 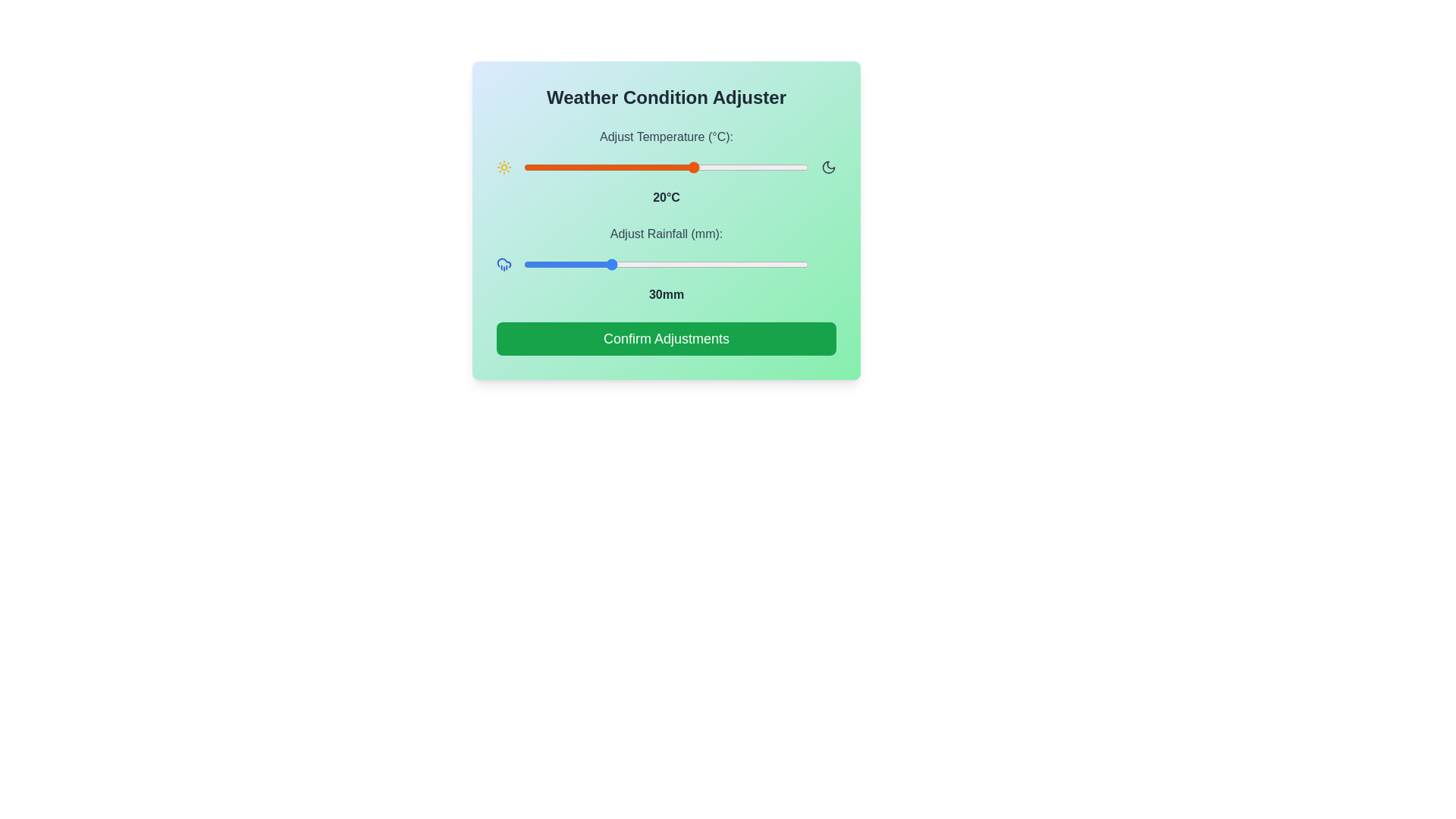 What do you see at coordinates (532, 263) in the screenshot?
I see `the rainfall slider to 3 mm` at bounding box center [532, 263].